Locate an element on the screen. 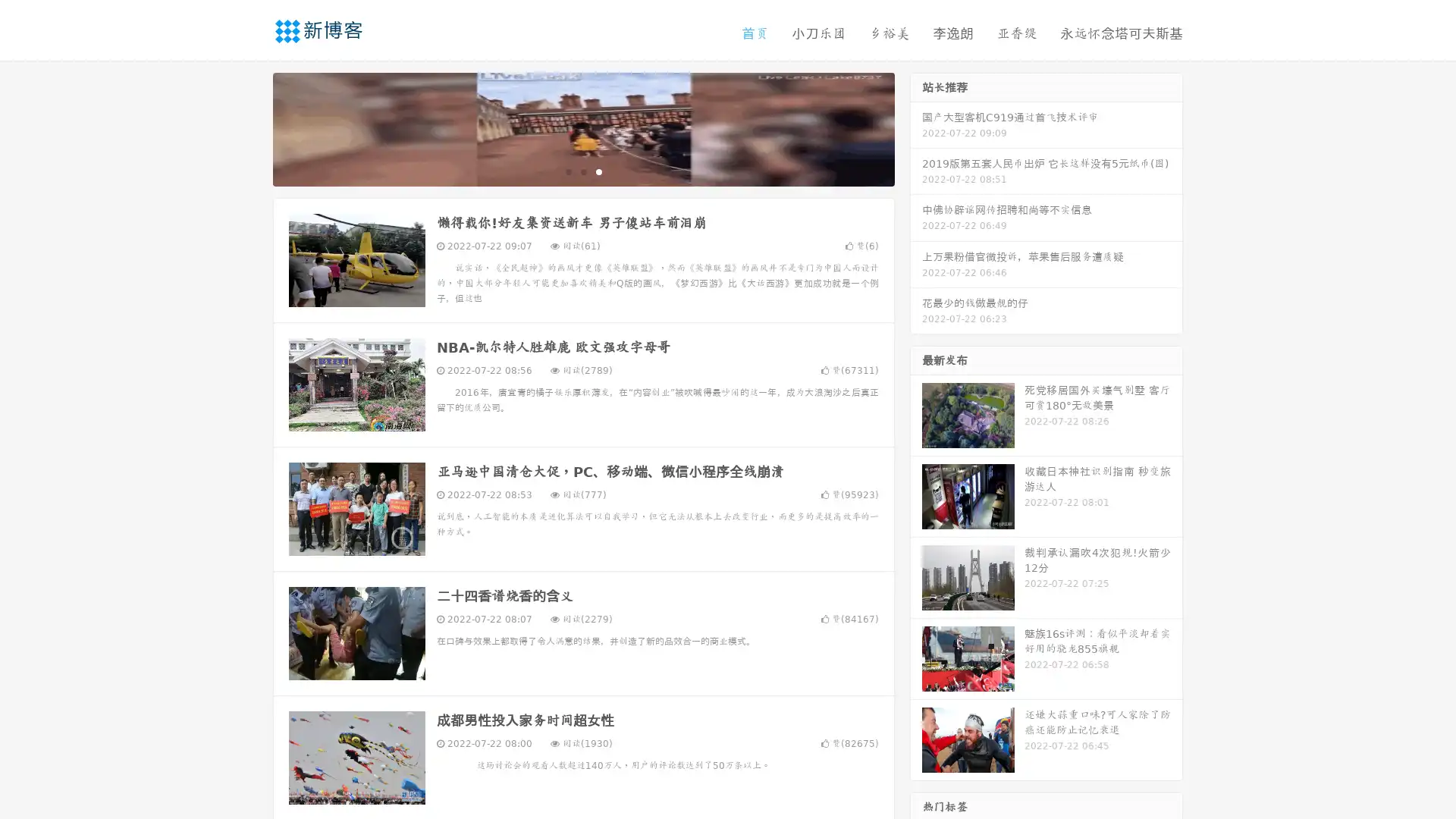 Image resolution: width=1456 pixels, height=819 pixels. Next slide is located at coordinates (916, 127).